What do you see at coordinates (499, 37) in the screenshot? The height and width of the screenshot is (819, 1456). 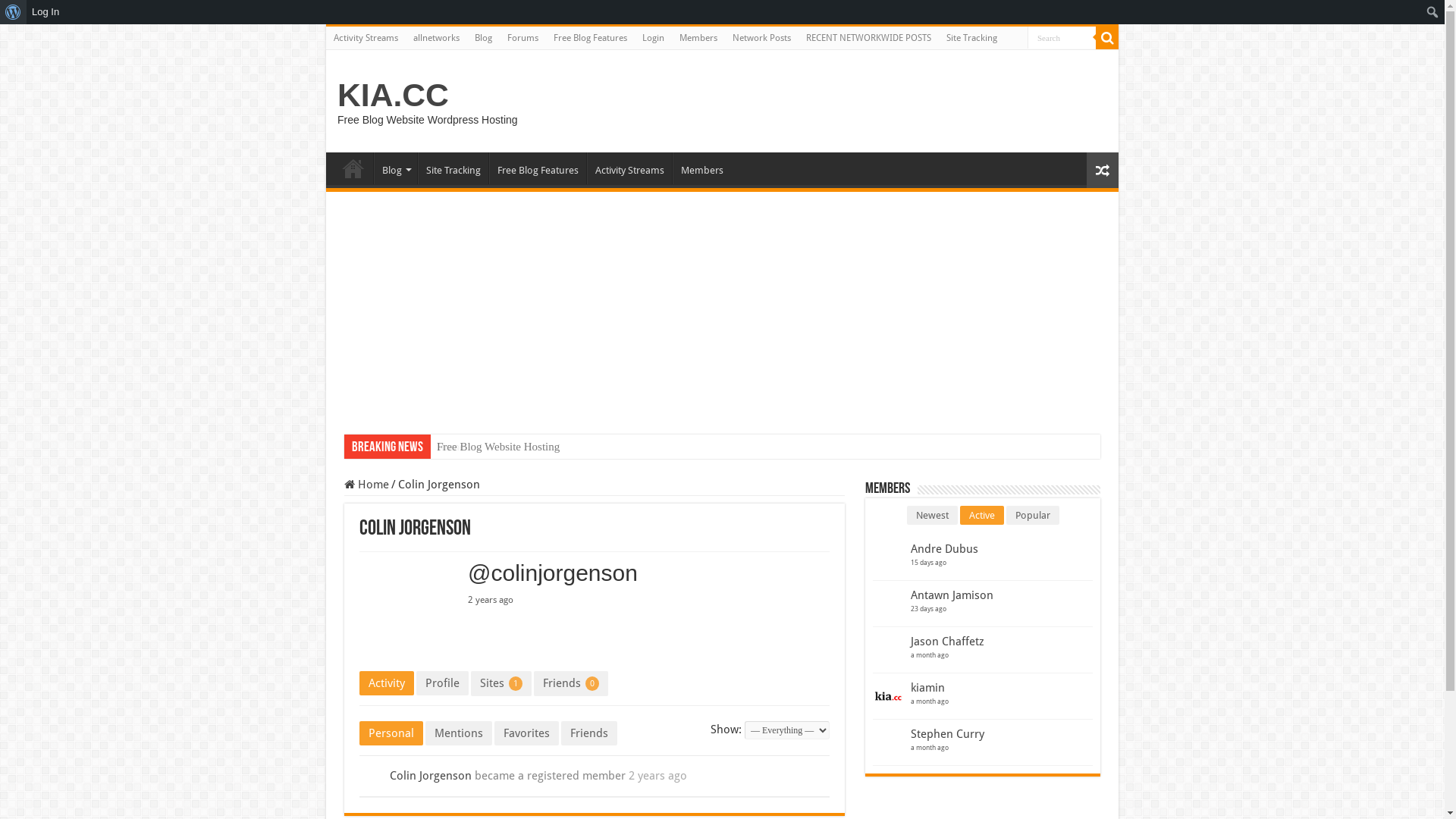 I see `'Forums'` at bounding box center [499, 37].